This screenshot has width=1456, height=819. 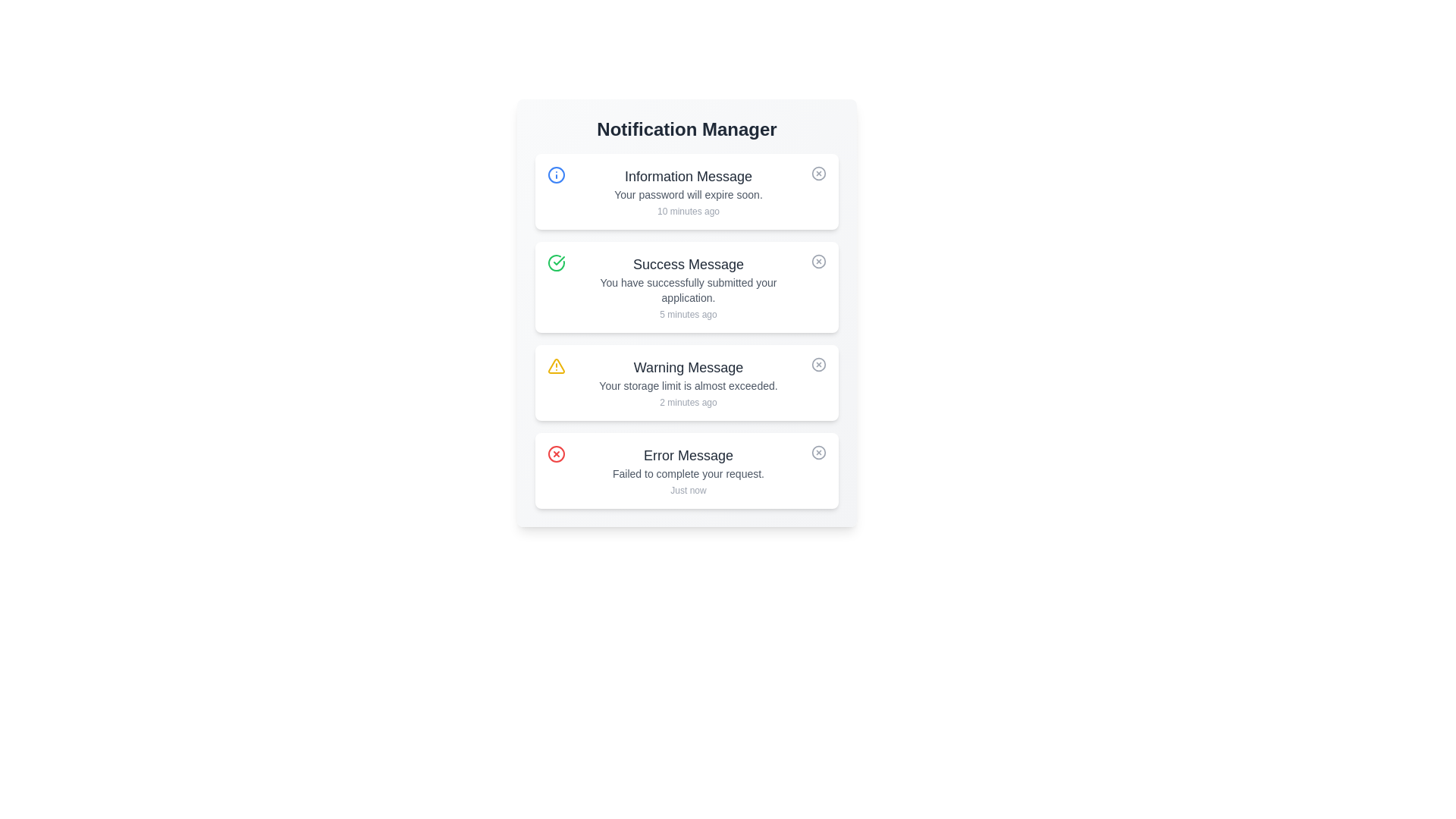 What do you see at coordinates (686, 470) in the screenshot?
I see `the Notification card, which is the fourth item in the vertical list of notifications that displays an error message and timestamp` at bounding box center [686, 470].